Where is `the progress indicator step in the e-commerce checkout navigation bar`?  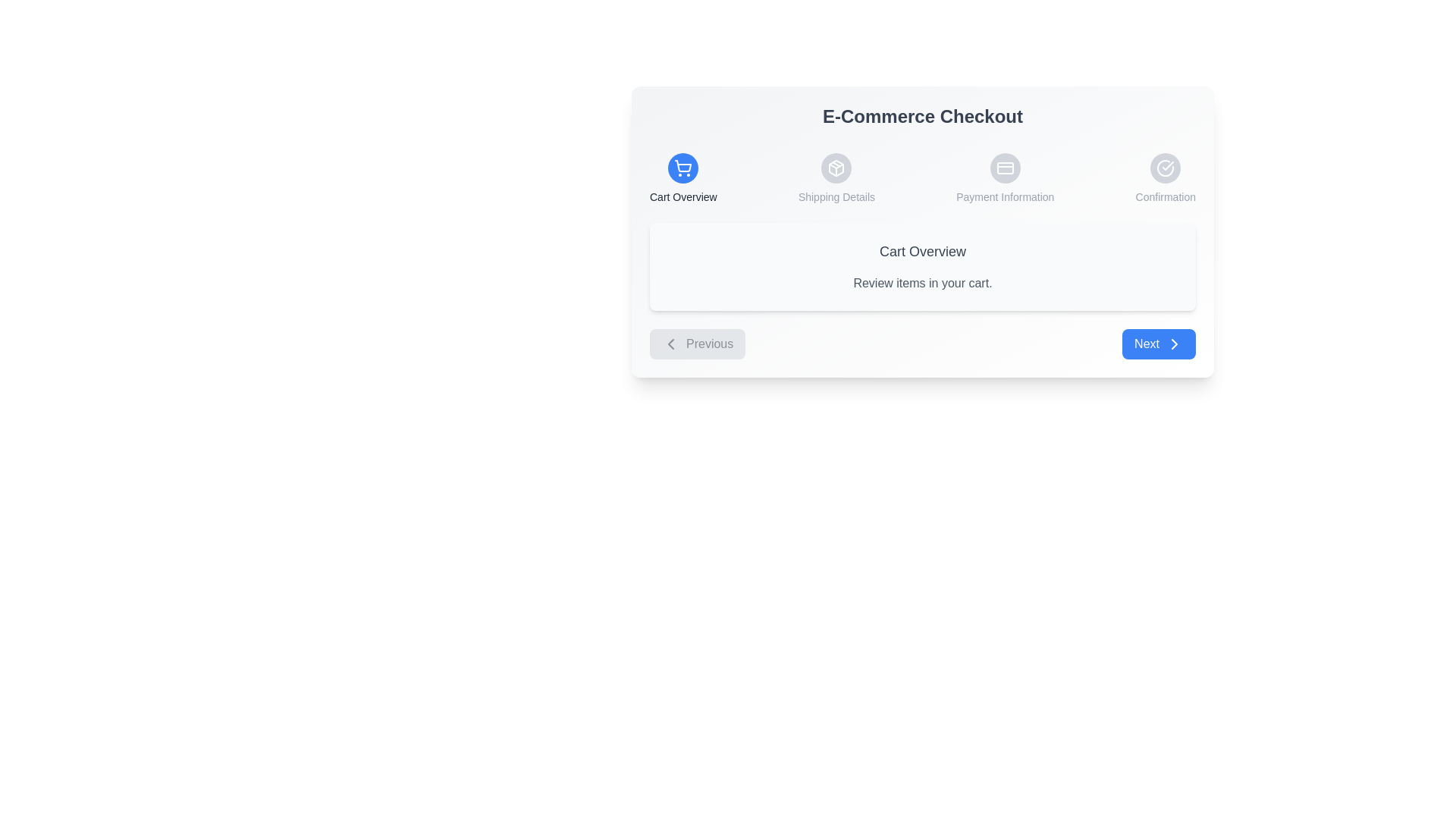 the progress indicator step in the e-commerce checkout navigation bar is located at coordinates (922, 177).